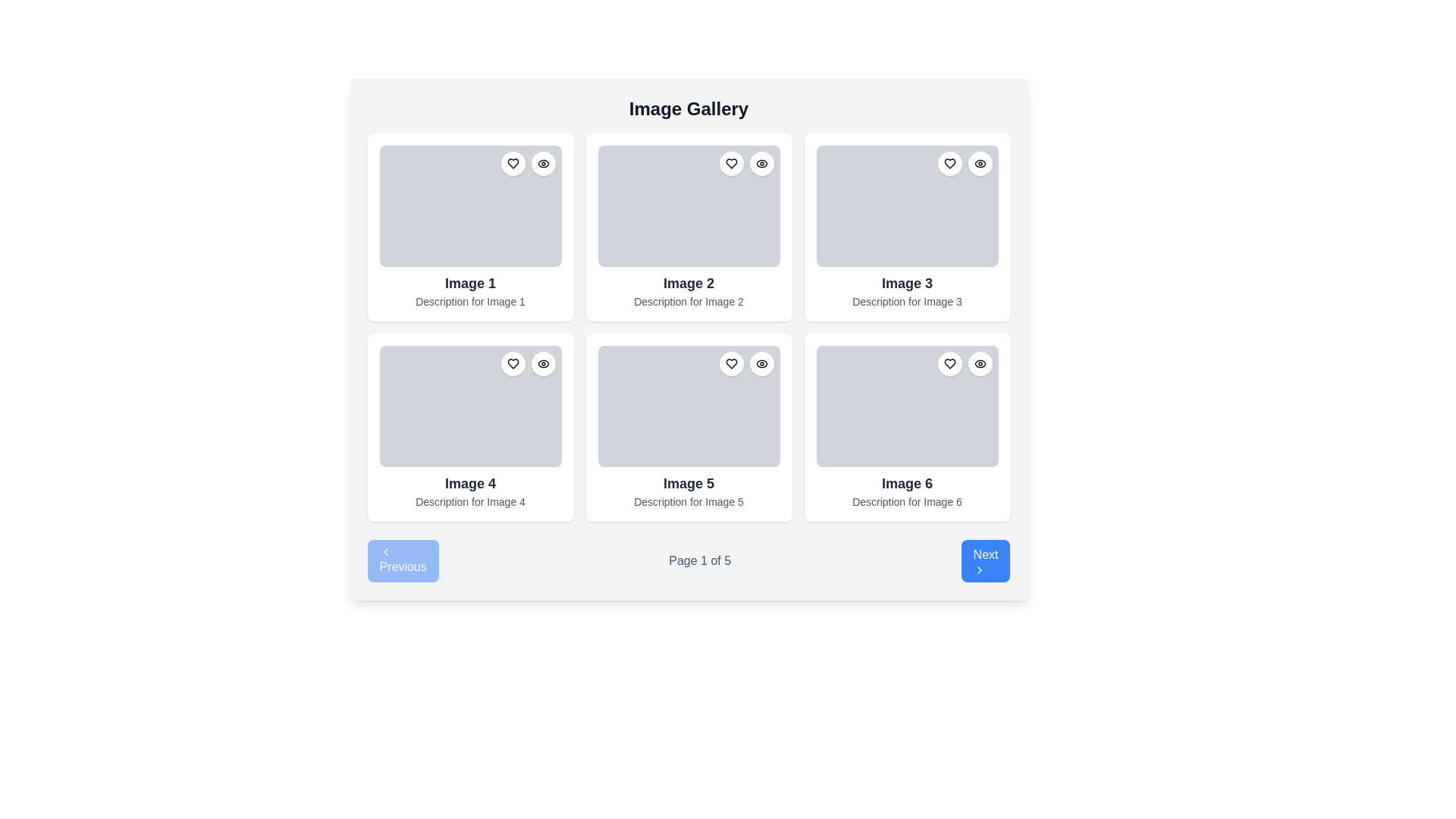 This screenshot has width=1456, height=819. Describe the element at coordinates (949, 164) in the screenshot. I see `the heart icon located in the top-right corner of the image block labeled 'Image 3' to mark it as a favorite` at that location.